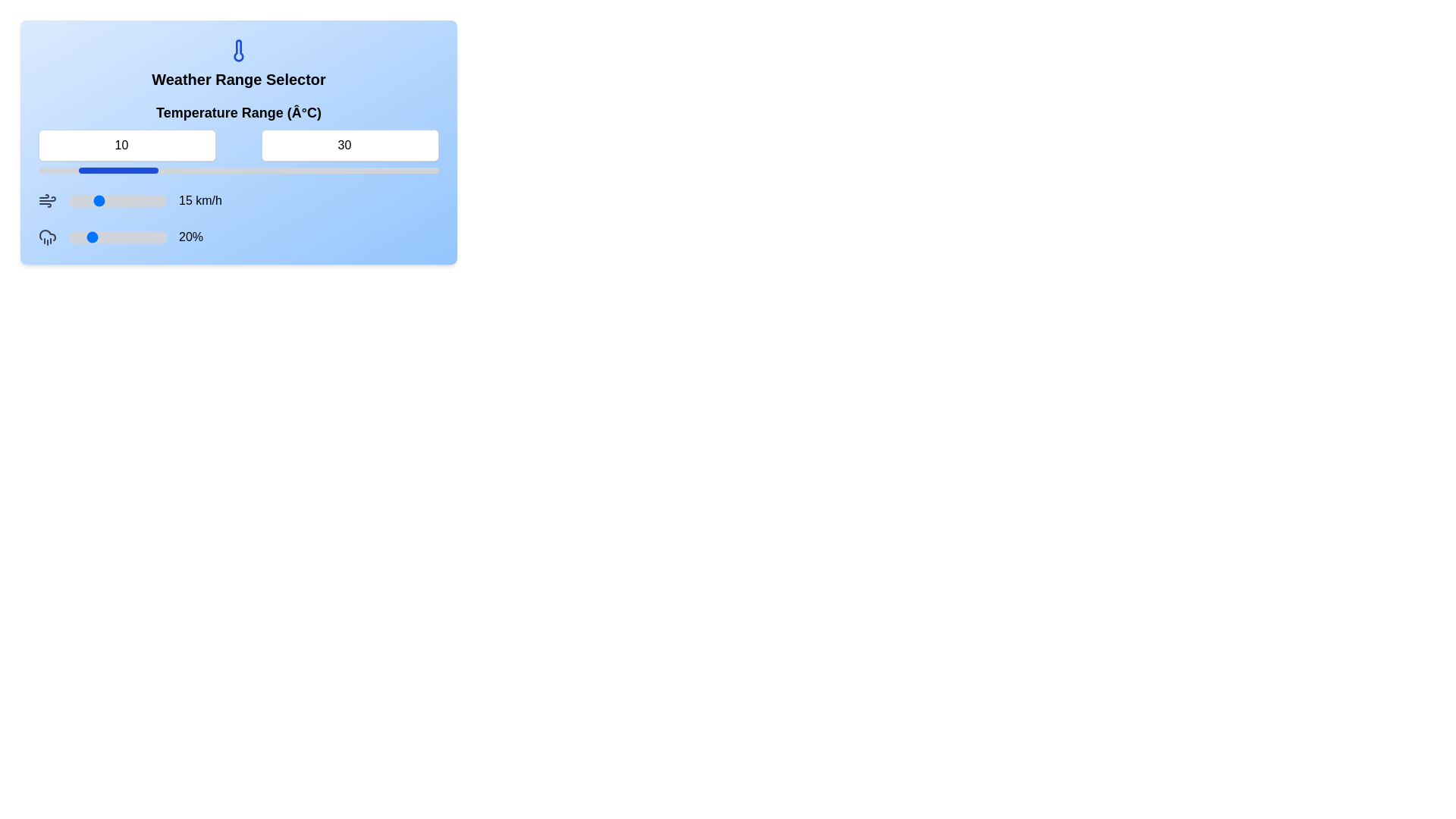 This screenshot has height=819, width=1456. Describe the element at coordinates (105, 200) in the screenshot. I see `the speed` at that location.